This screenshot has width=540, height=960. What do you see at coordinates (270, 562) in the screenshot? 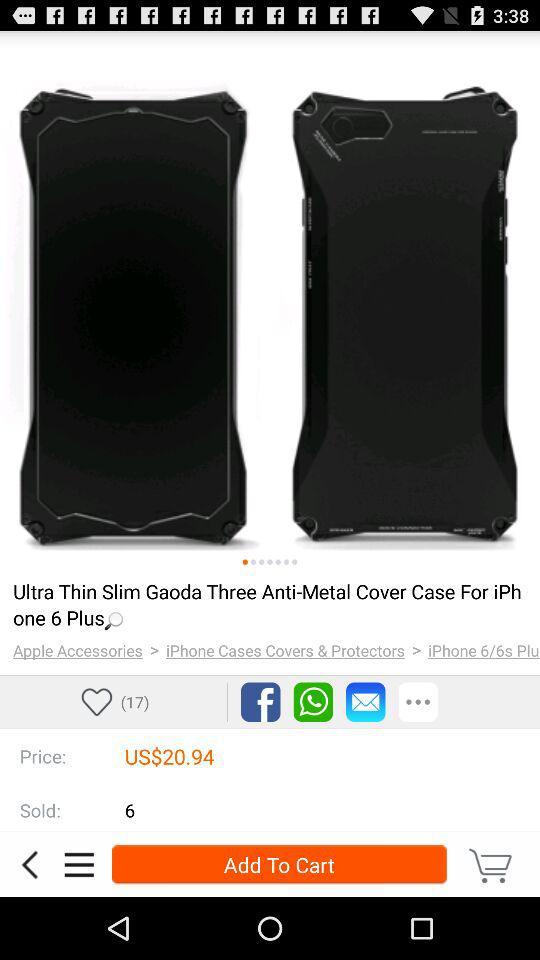
I see `the item above the loading...` at bounding box center [270, 562].